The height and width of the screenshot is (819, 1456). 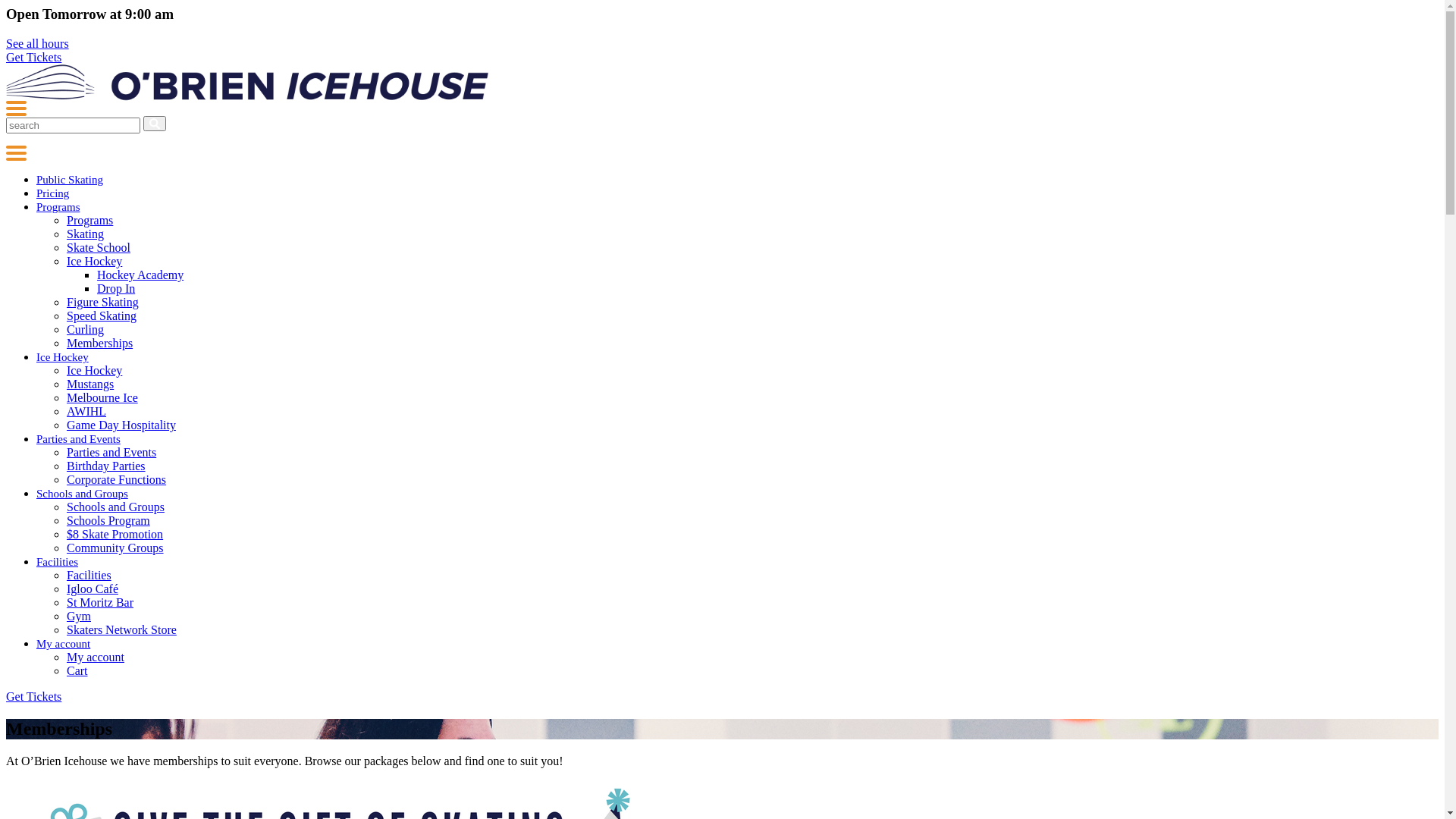 I want to click on 'Game Day Hospitality', so click(x=120, y=425).